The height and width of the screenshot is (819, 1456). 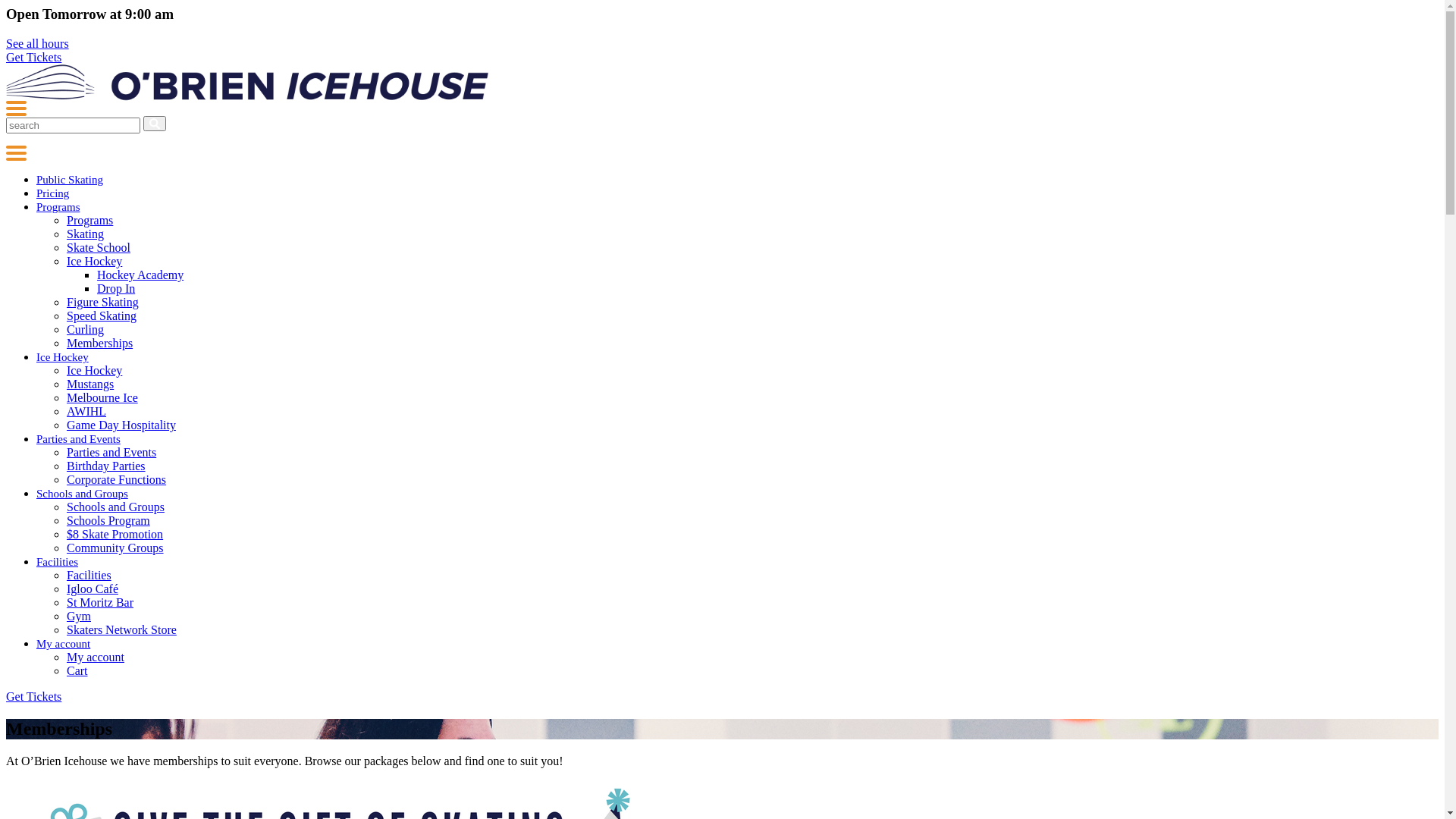 I want to click on 'Game Day Hospitality', so click(x=120, y=425).